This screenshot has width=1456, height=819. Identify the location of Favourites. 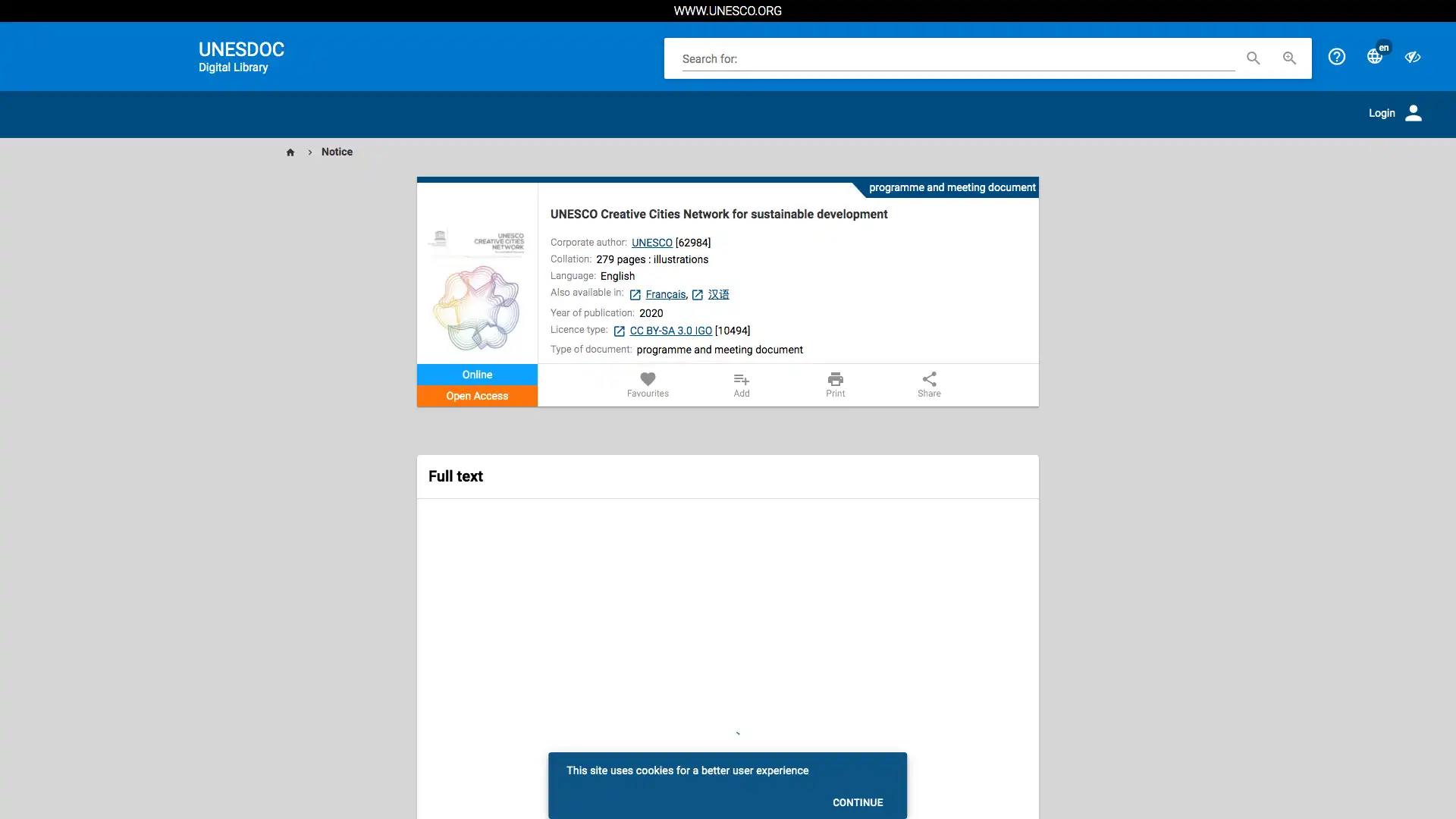
(648, 384).